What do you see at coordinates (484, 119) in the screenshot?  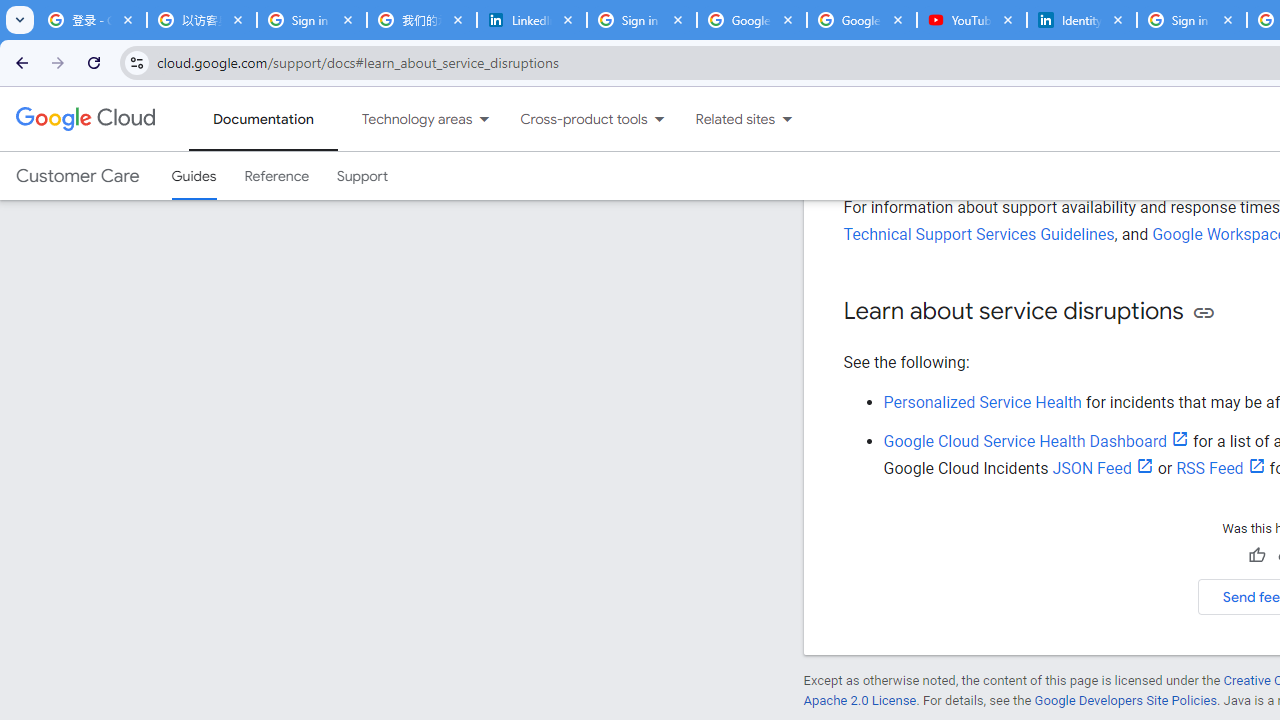 I see `'Dropdown menu for Technology areas'` at bounding box center [484, 119].